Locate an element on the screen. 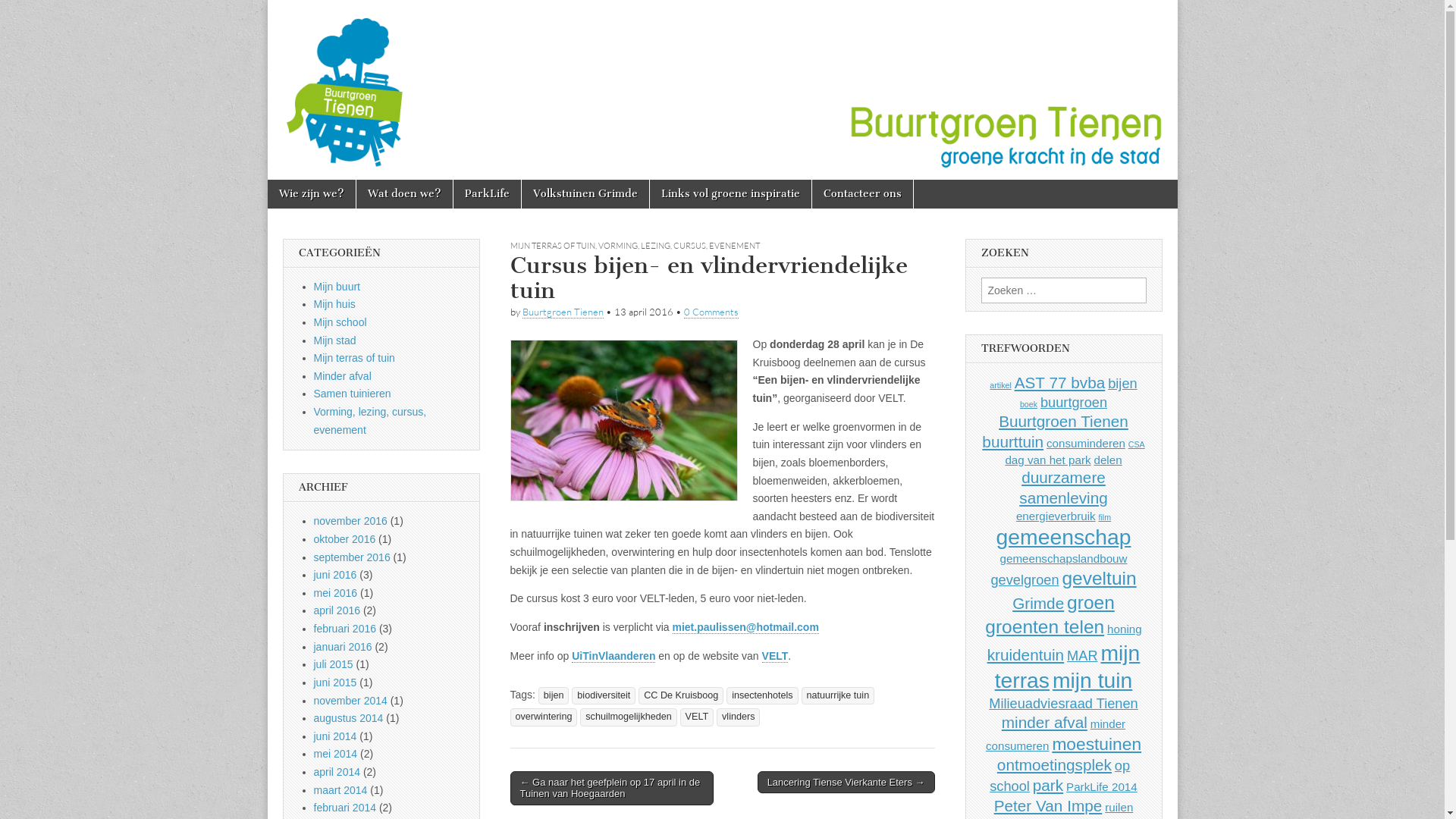 The width and height of the screenshot is (1456, 819). 'boek' is located at coordinates (1028, 403).